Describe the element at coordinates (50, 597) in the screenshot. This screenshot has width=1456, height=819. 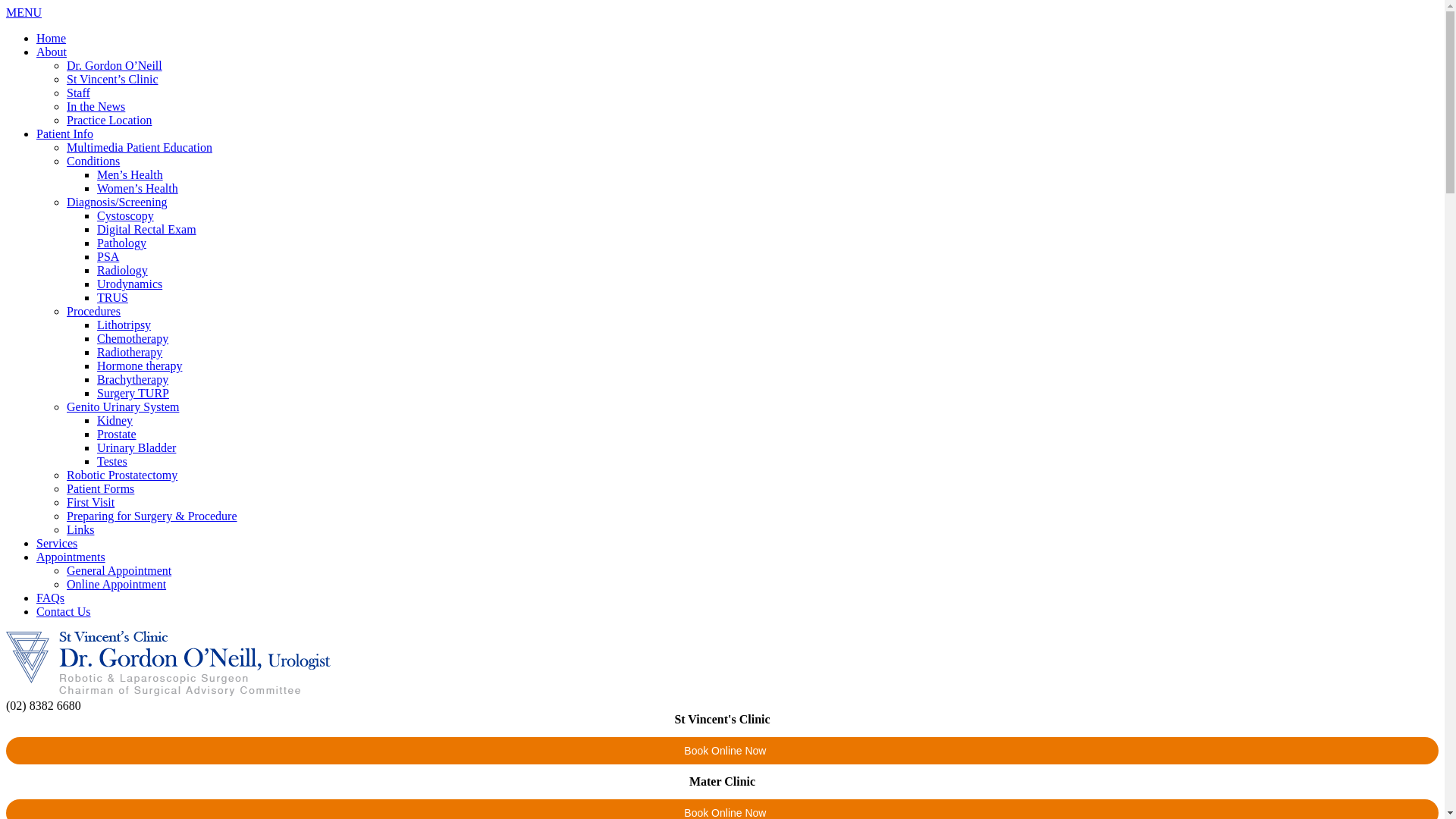
I see `'FAQs'` at that location.